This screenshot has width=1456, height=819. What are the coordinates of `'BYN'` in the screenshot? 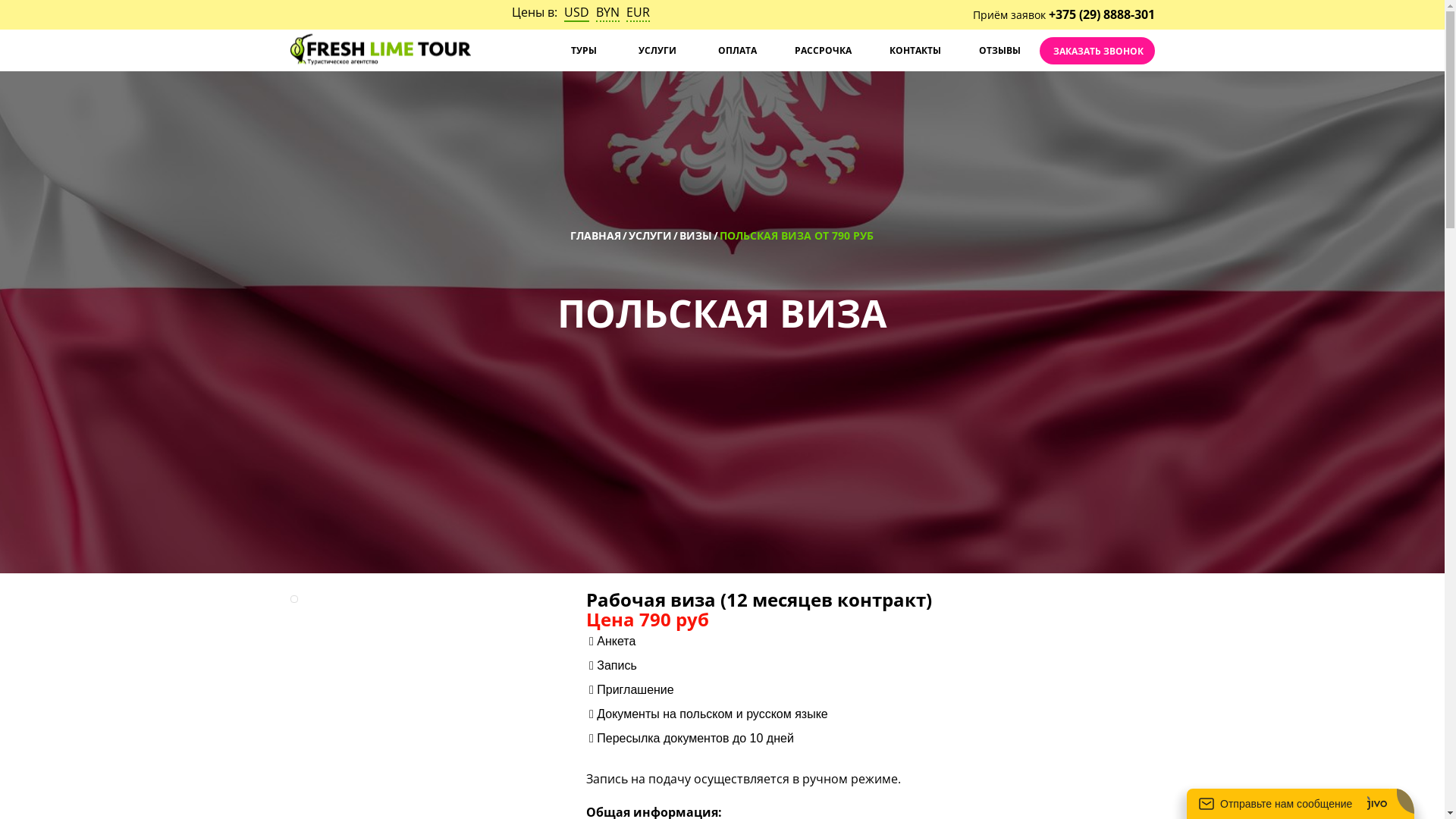 It's located at (607, 12).